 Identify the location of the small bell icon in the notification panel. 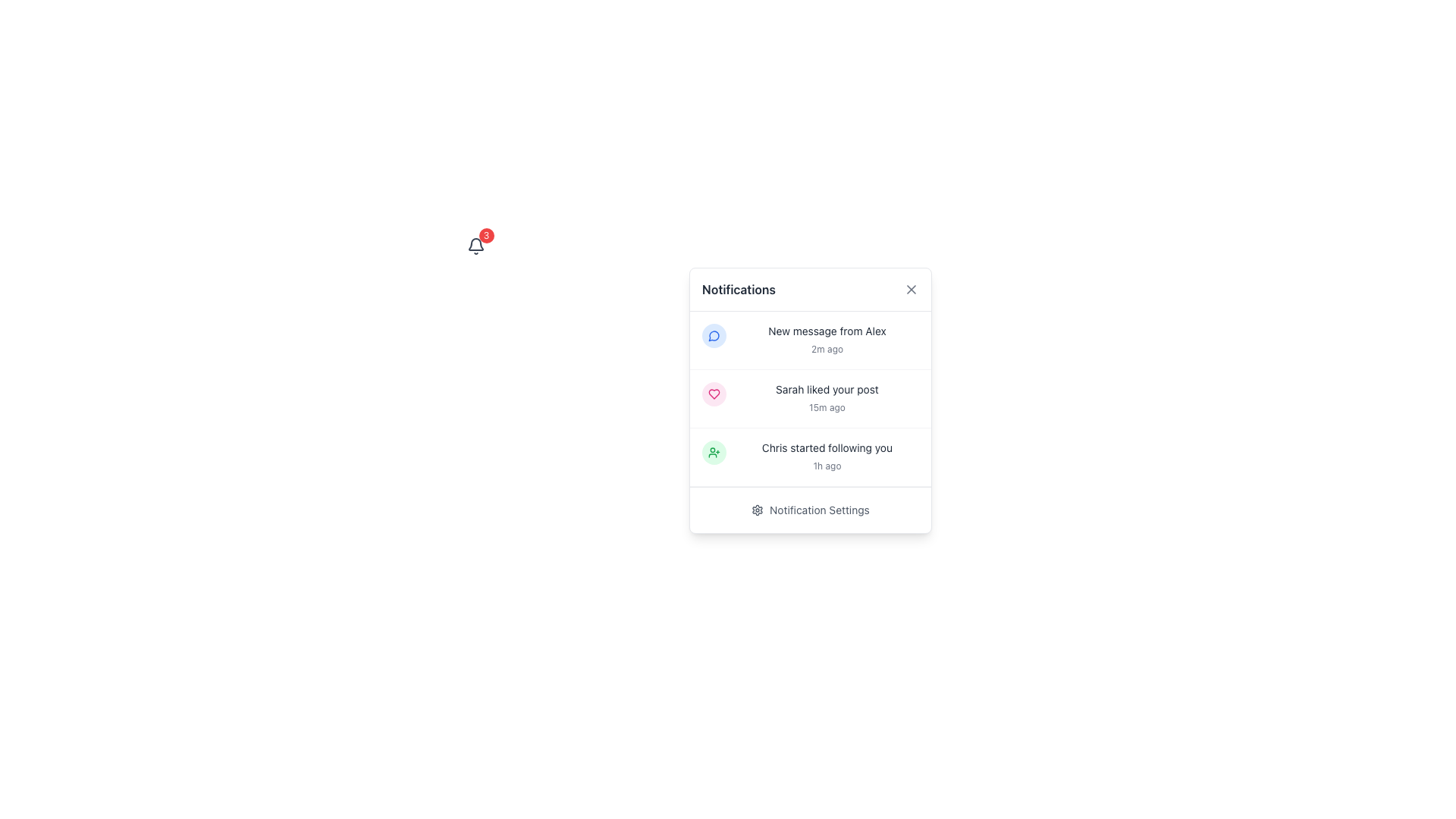
(475, 245).